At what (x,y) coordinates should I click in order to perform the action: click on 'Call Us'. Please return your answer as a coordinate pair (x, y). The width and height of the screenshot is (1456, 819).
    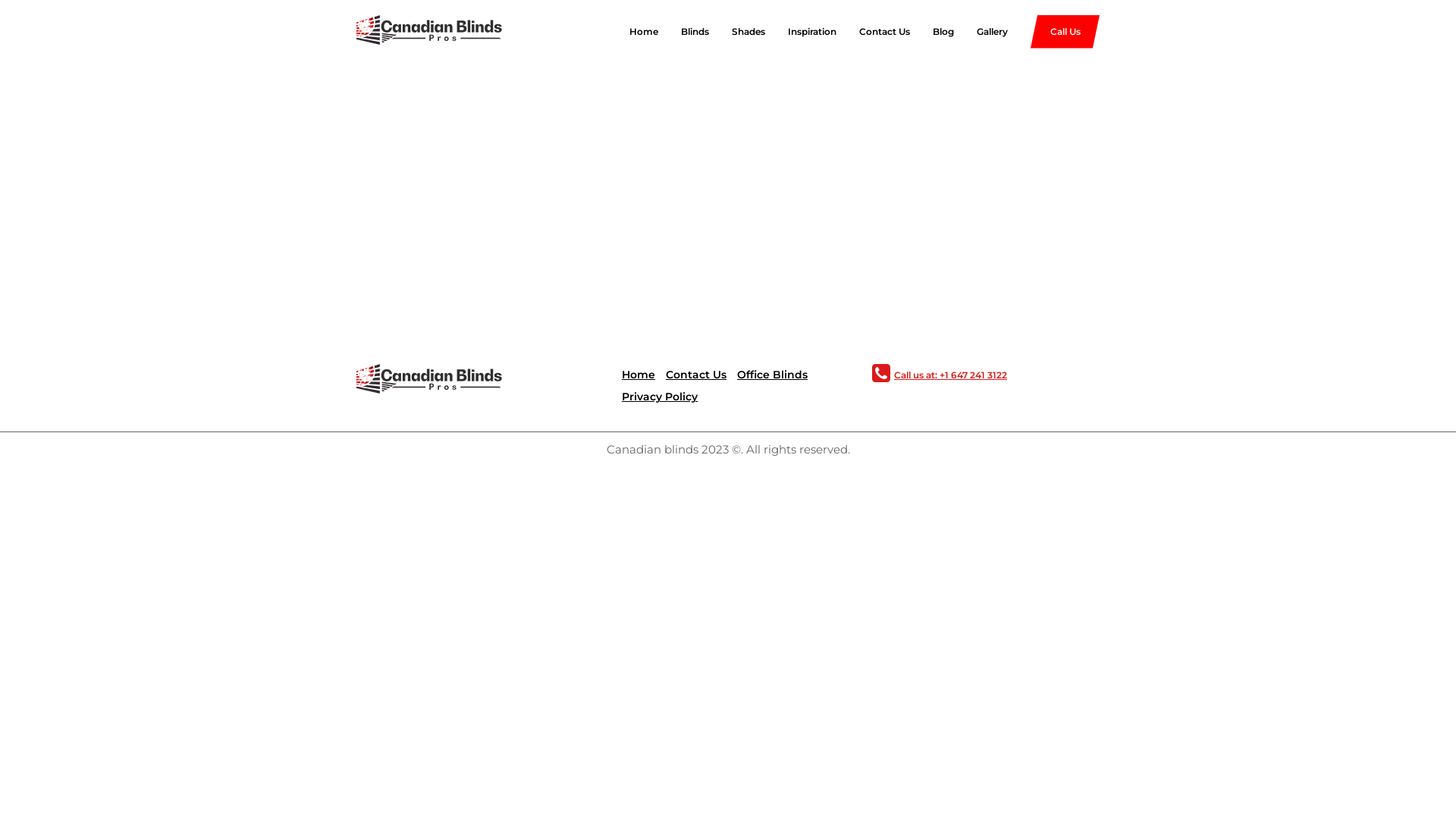
    Looking at the image, I should click on (1064, 32).